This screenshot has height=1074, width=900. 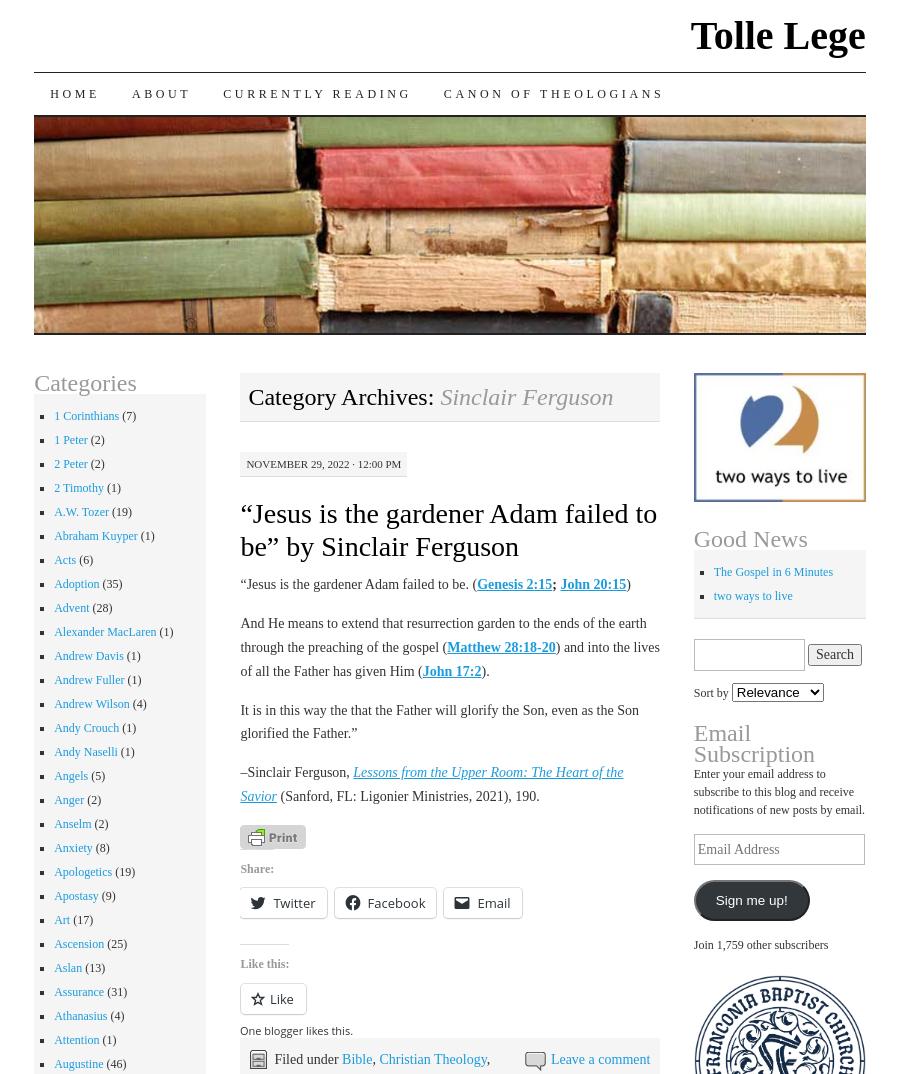 I want to click on ').', so click(x=484, y=669).